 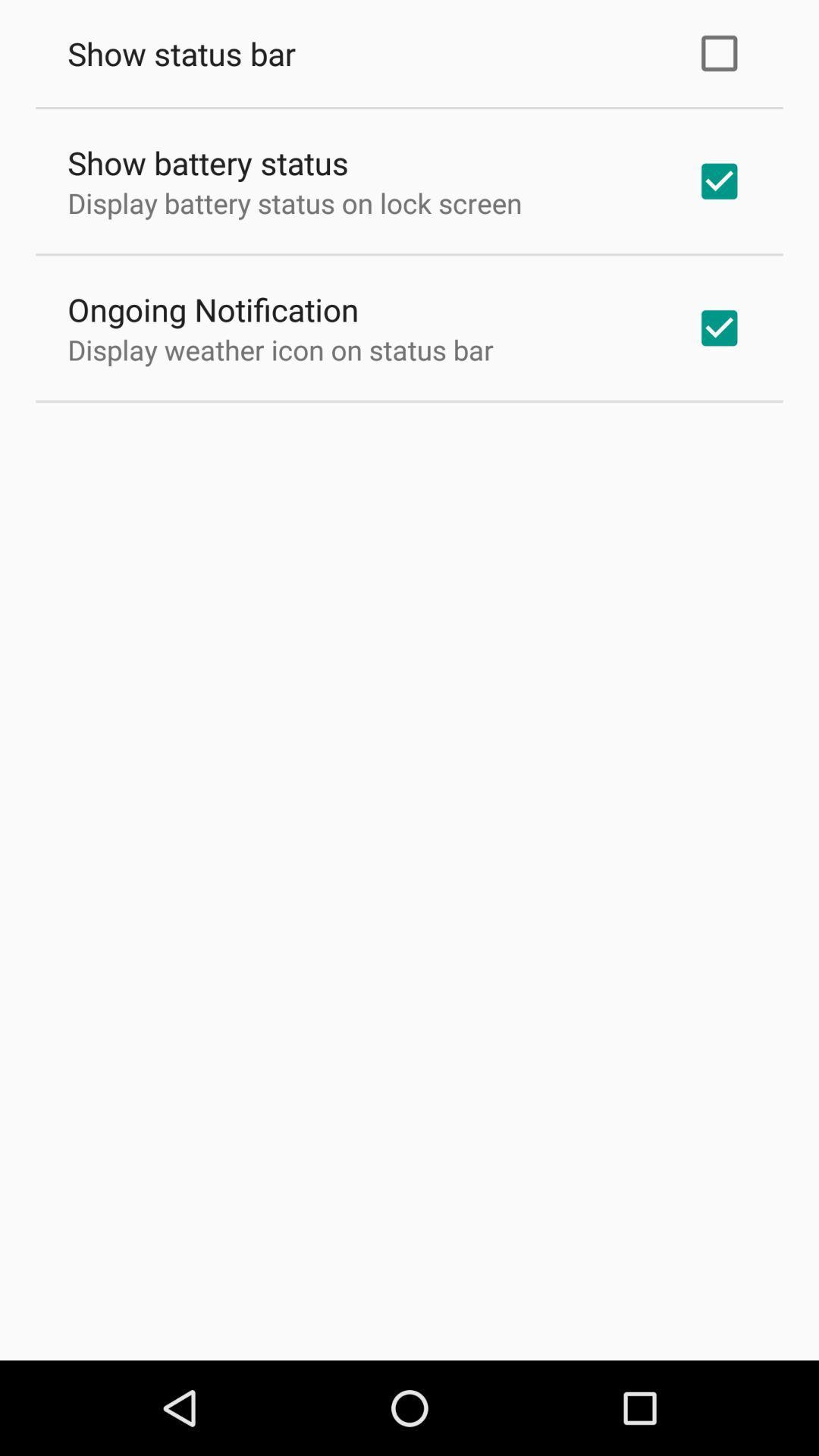 What do you see at coordinates (213, 309) in the screenshot?
I see `the app below display battery status app` at bounding box center [213, 309].